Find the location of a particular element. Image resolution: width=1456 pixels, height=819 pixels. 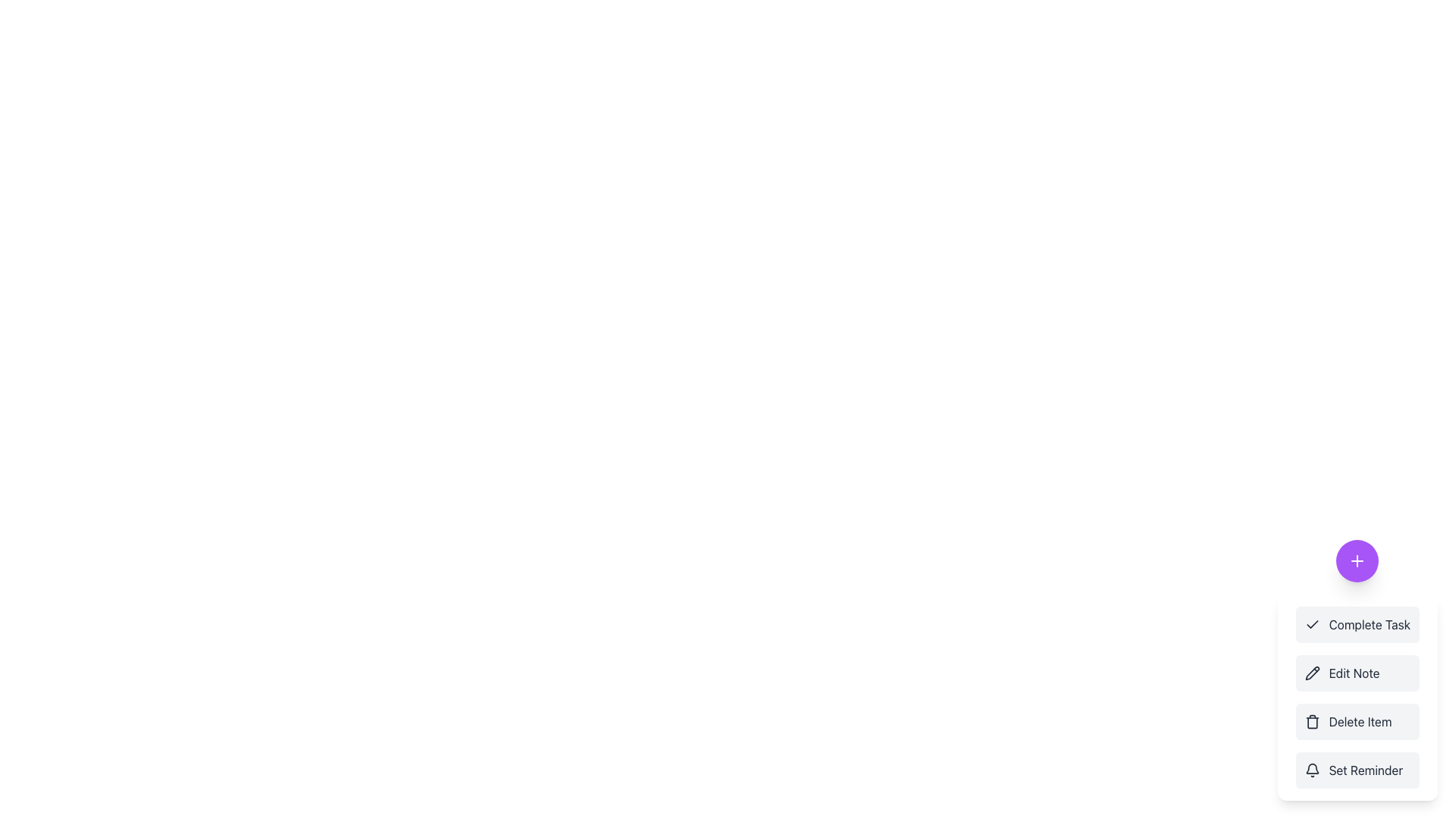

the checkmark SVG icon located within the 'Complete Task' button, which is positioned to the left of the text label is located at coordinates (1311, 625).